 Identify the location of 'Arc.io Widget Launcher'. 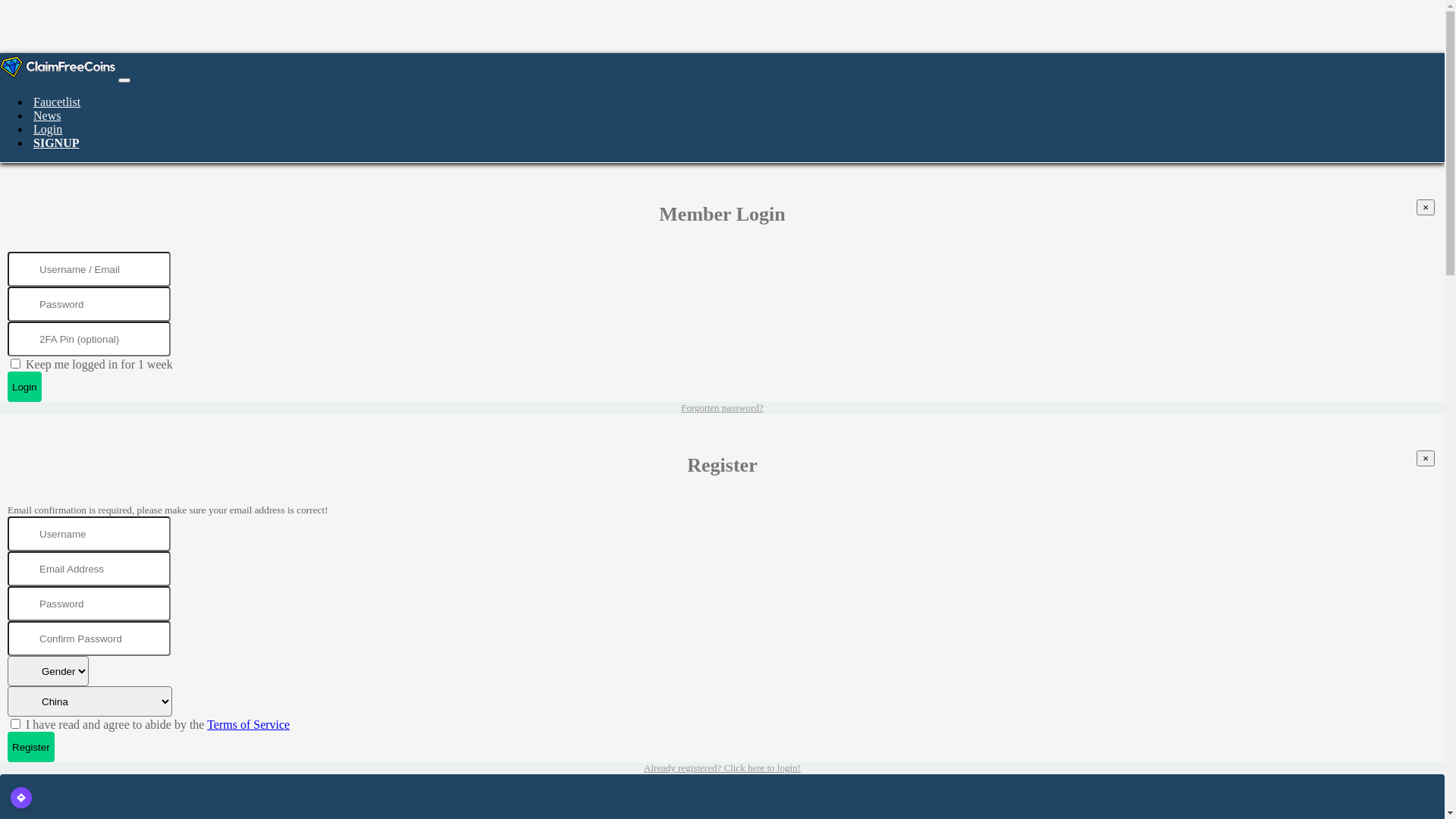
(21, 797).